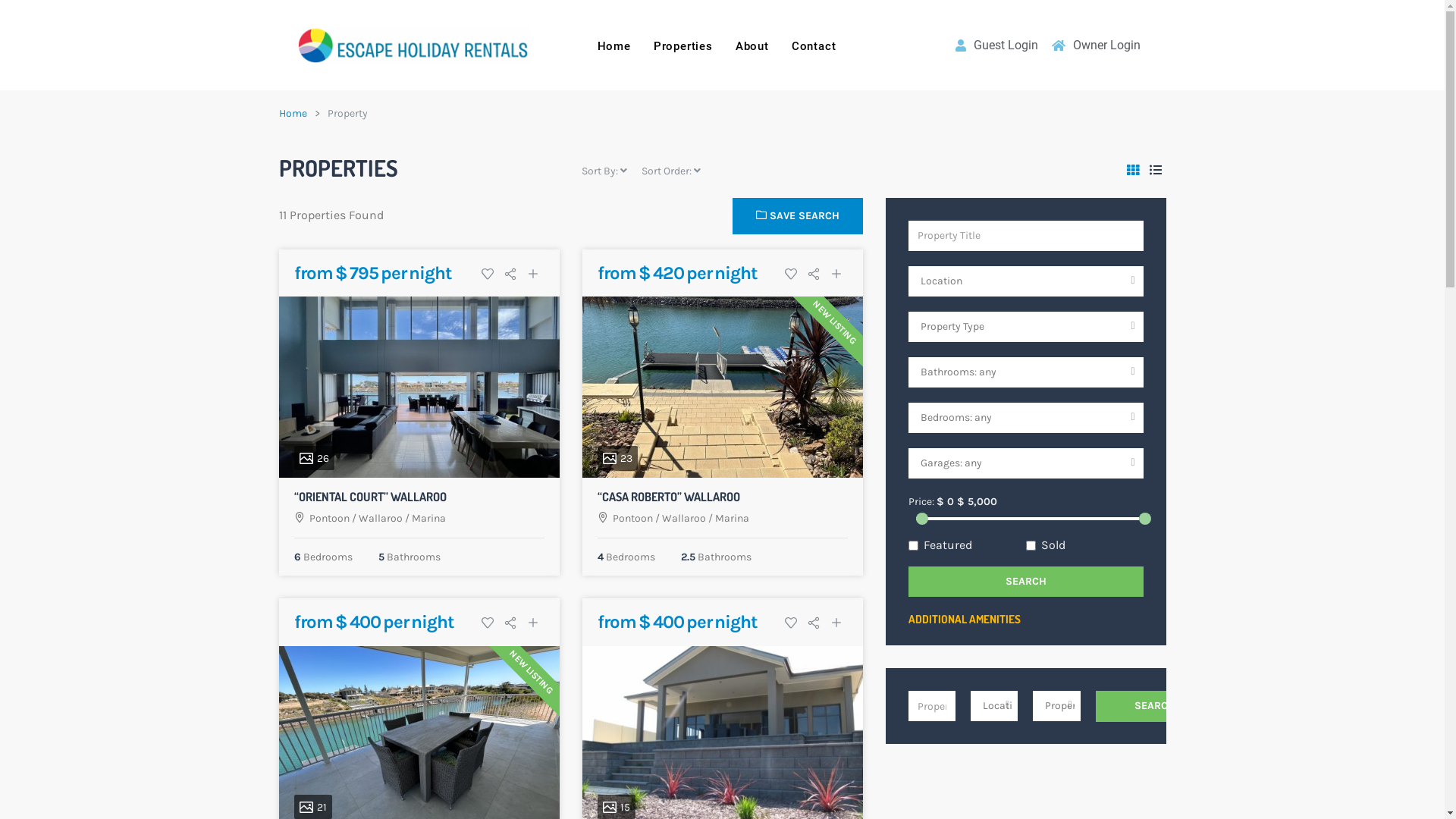 Image resolution: width=1456 pixels, height=819 pixels. I want to click on 'Owner Login', so click(1095, 45).